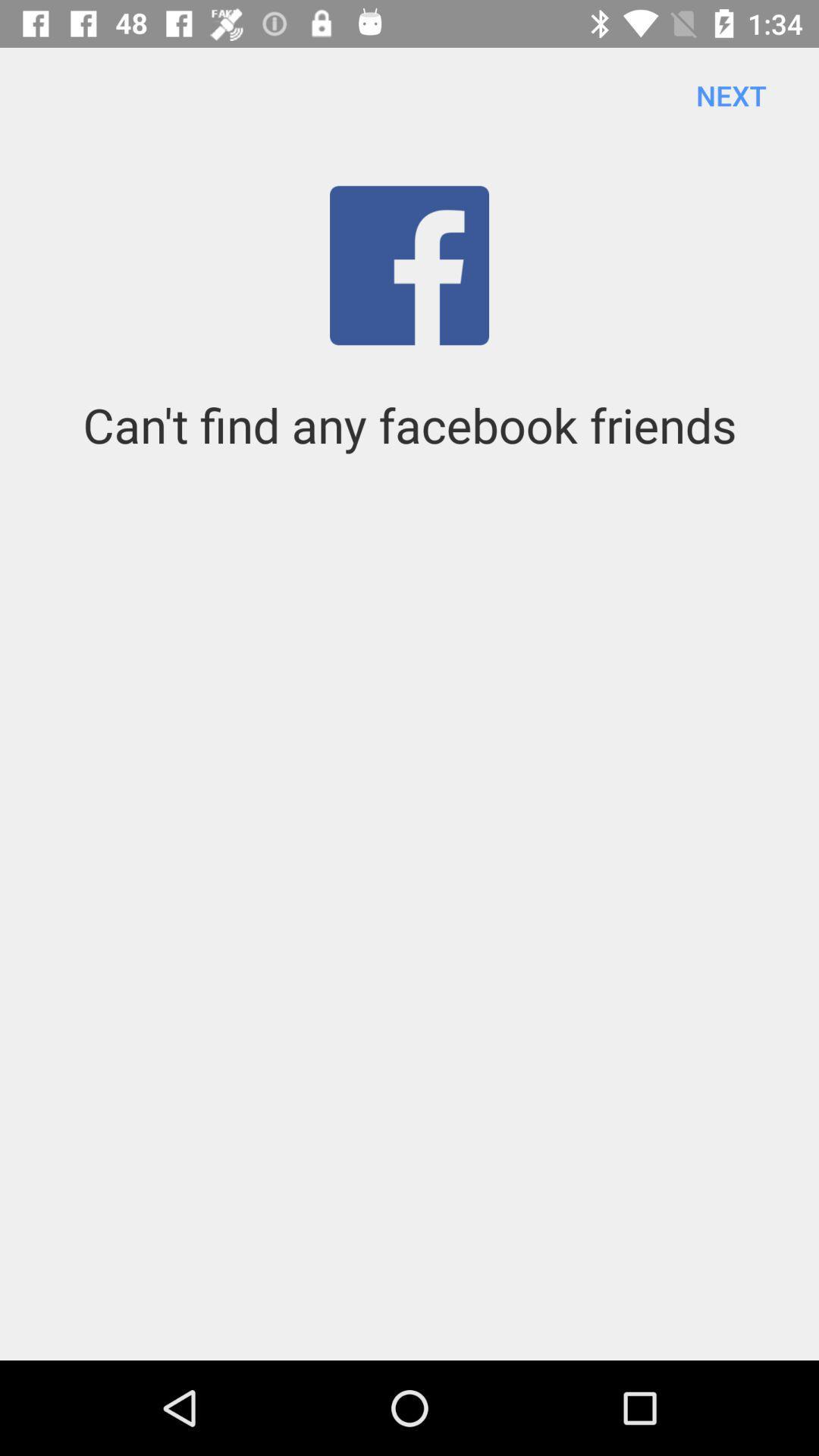 This screenshot has width=819, height=1456. I want to click on the item at the top right corner, so click(730, 94).